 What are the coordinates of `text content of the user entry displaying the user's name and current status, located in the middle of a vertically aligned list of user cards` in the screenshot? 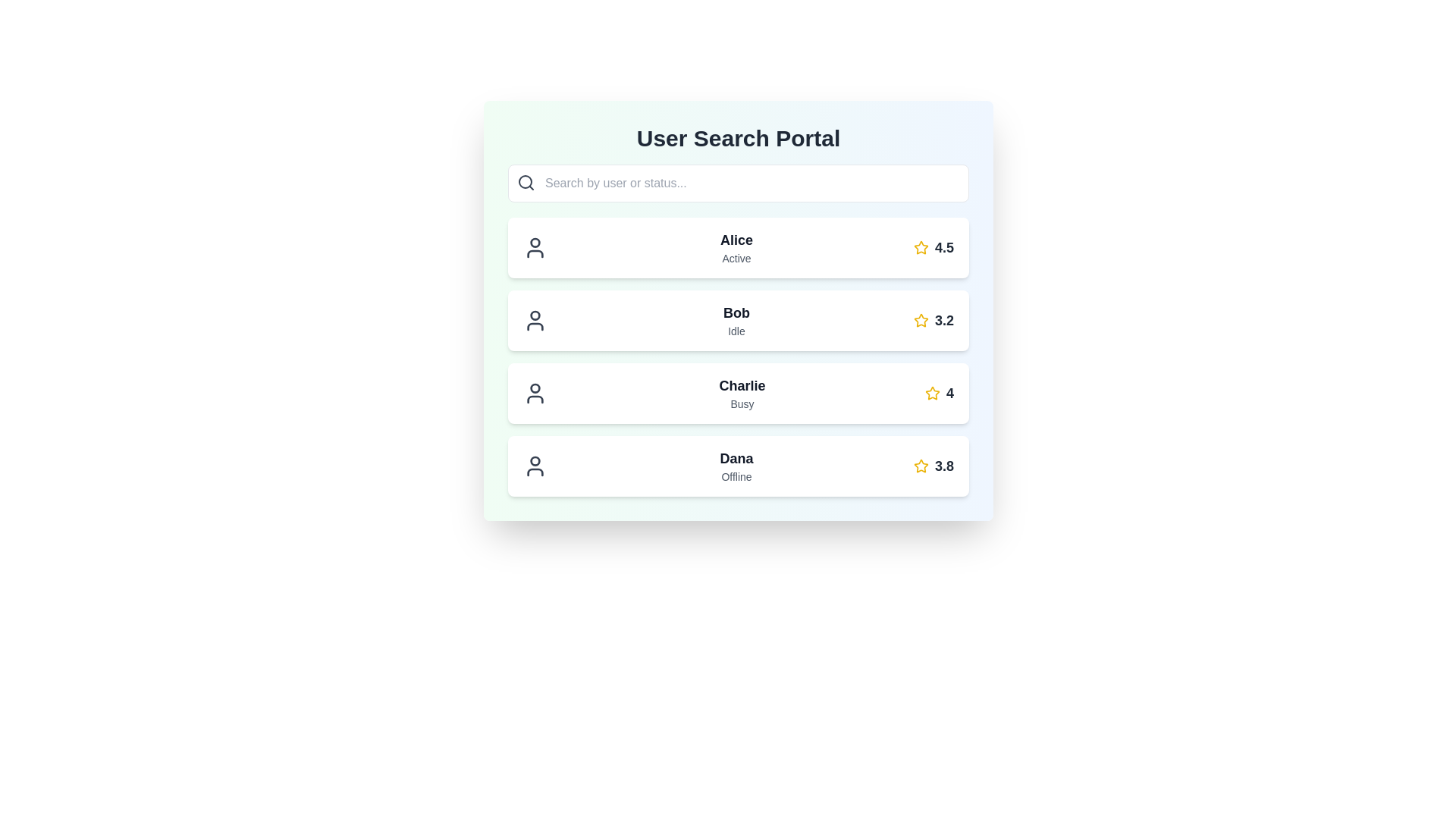 It's located at (736, 320).